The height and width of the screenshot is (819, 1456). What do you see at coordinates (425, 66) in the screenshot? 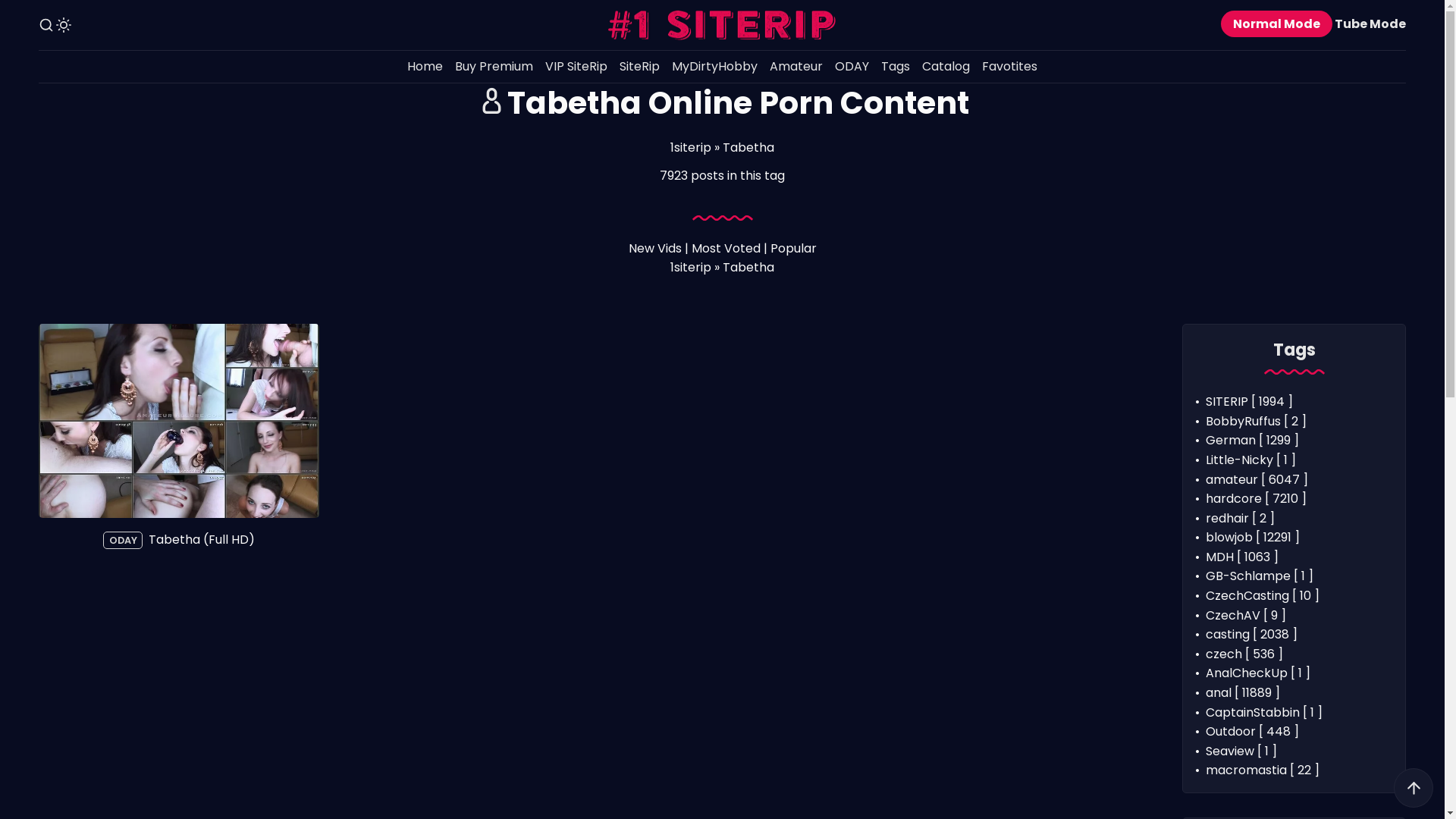
I see `'Home'` at bounding box center [425, 66].